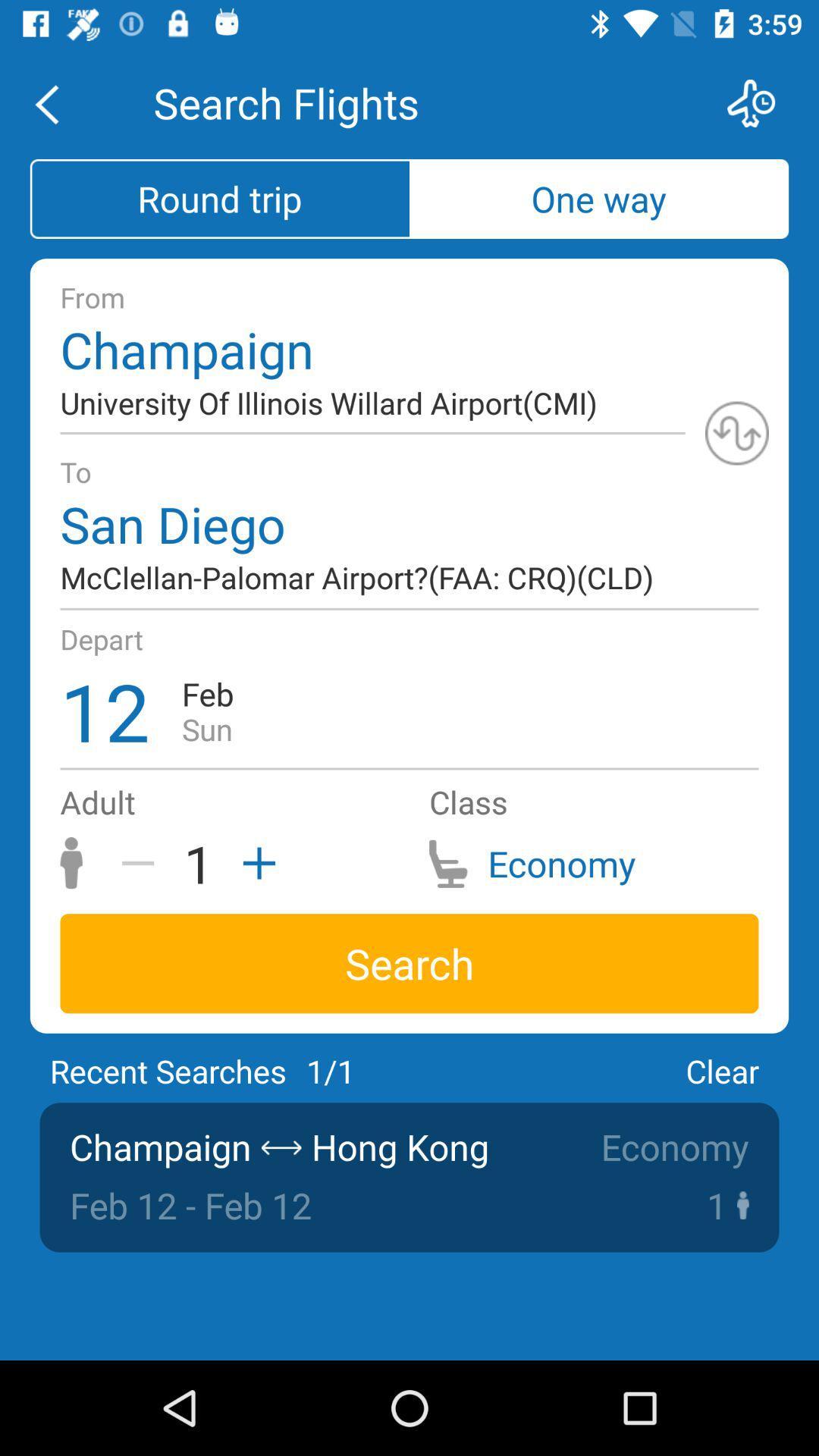 This screenshot has height=1456, width=819. I want to click on subtract adult from flight, so click(143, 863).